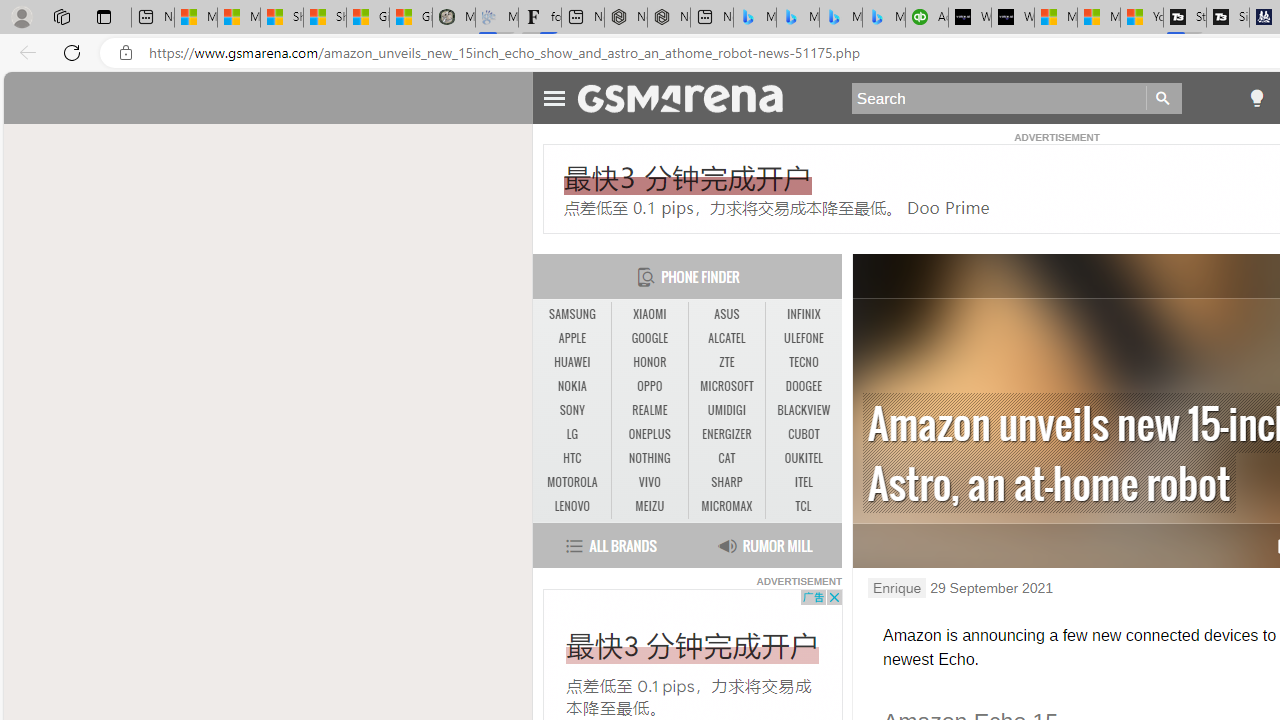  I want to click on 'XIAOMI', so click(649, 314).